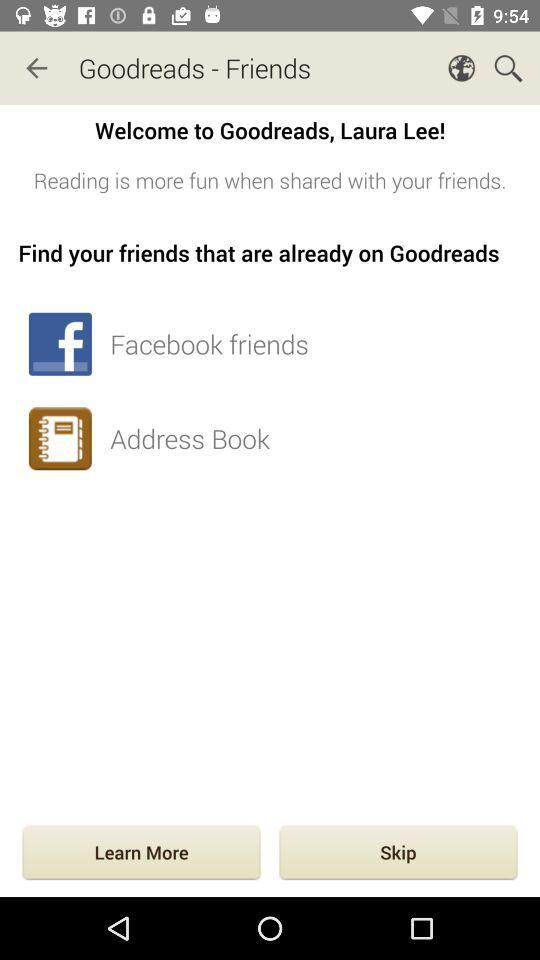 The height and width of the screenshot is (960, 540). What do you see at coordinates (140, 853) in the screenshot?
I see `the icon next to the skip item` at bounding box center [140, 853].